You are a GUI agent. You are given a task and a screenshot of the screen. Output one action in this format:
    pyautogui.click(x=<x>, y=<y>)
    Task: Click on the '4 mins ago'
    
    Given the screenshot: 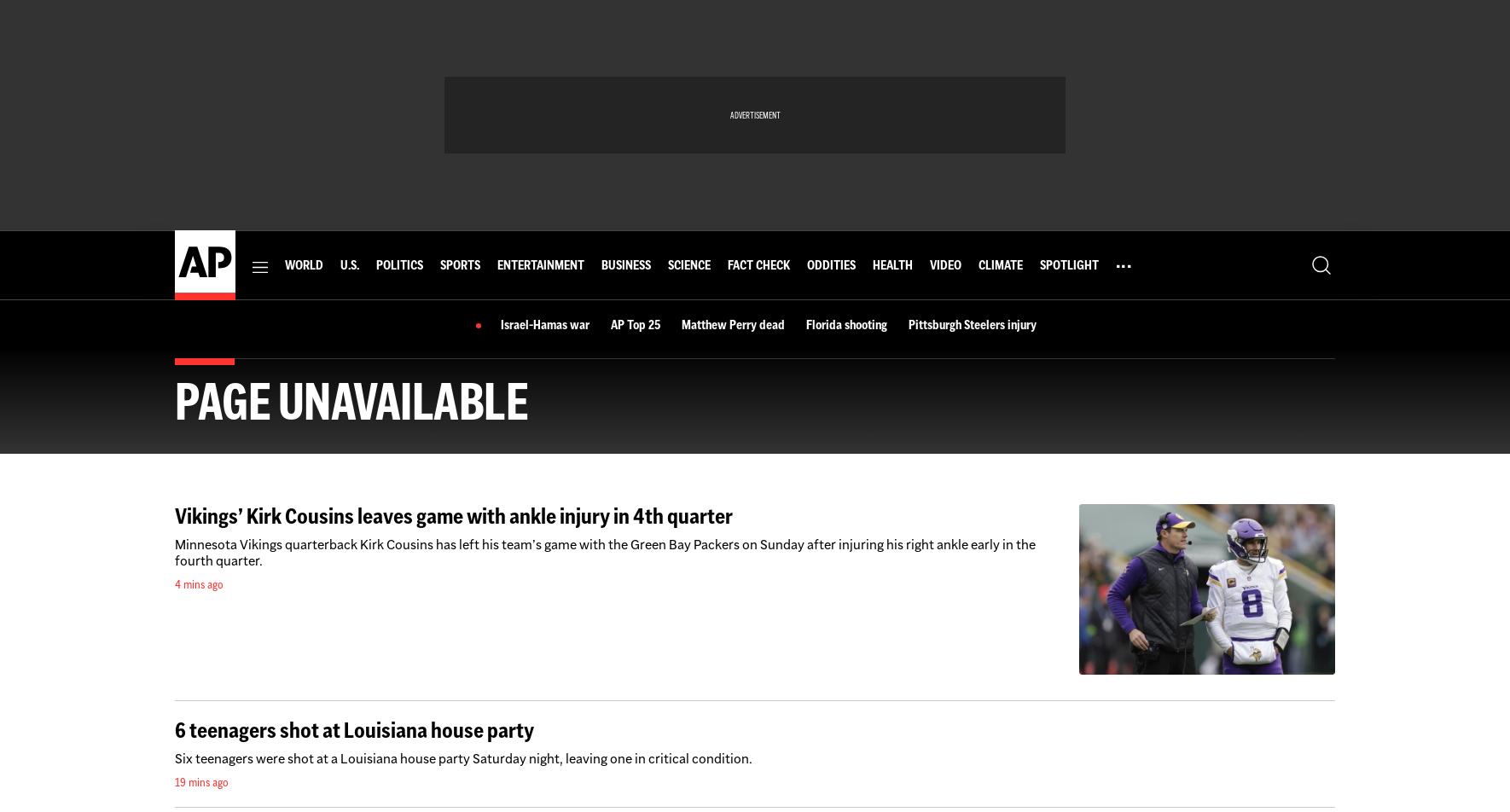 What is the action you would take?
    pyautogui.click(x=199, y=583)
    